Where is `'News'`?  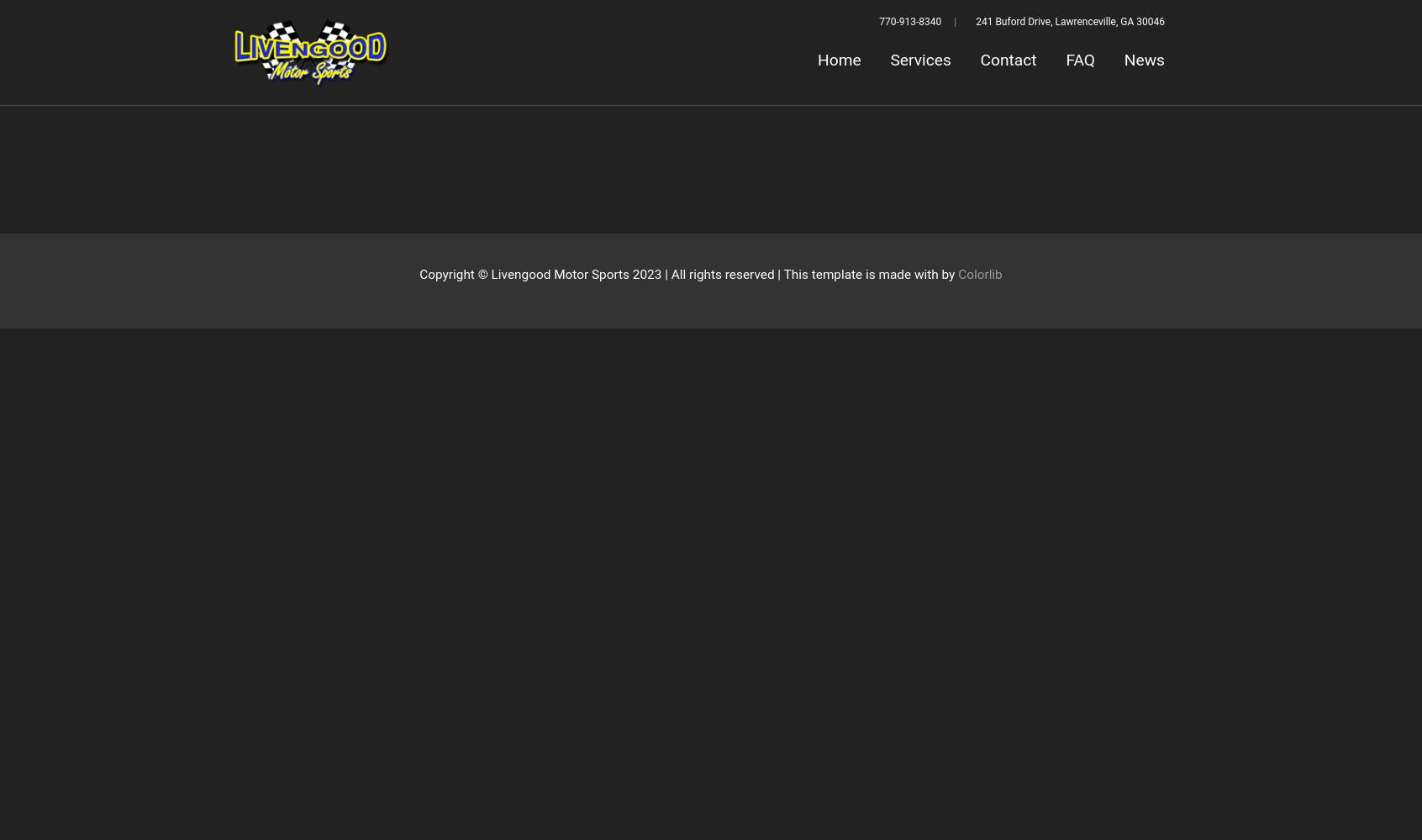 'News' is located at coordinates (1144, 59).